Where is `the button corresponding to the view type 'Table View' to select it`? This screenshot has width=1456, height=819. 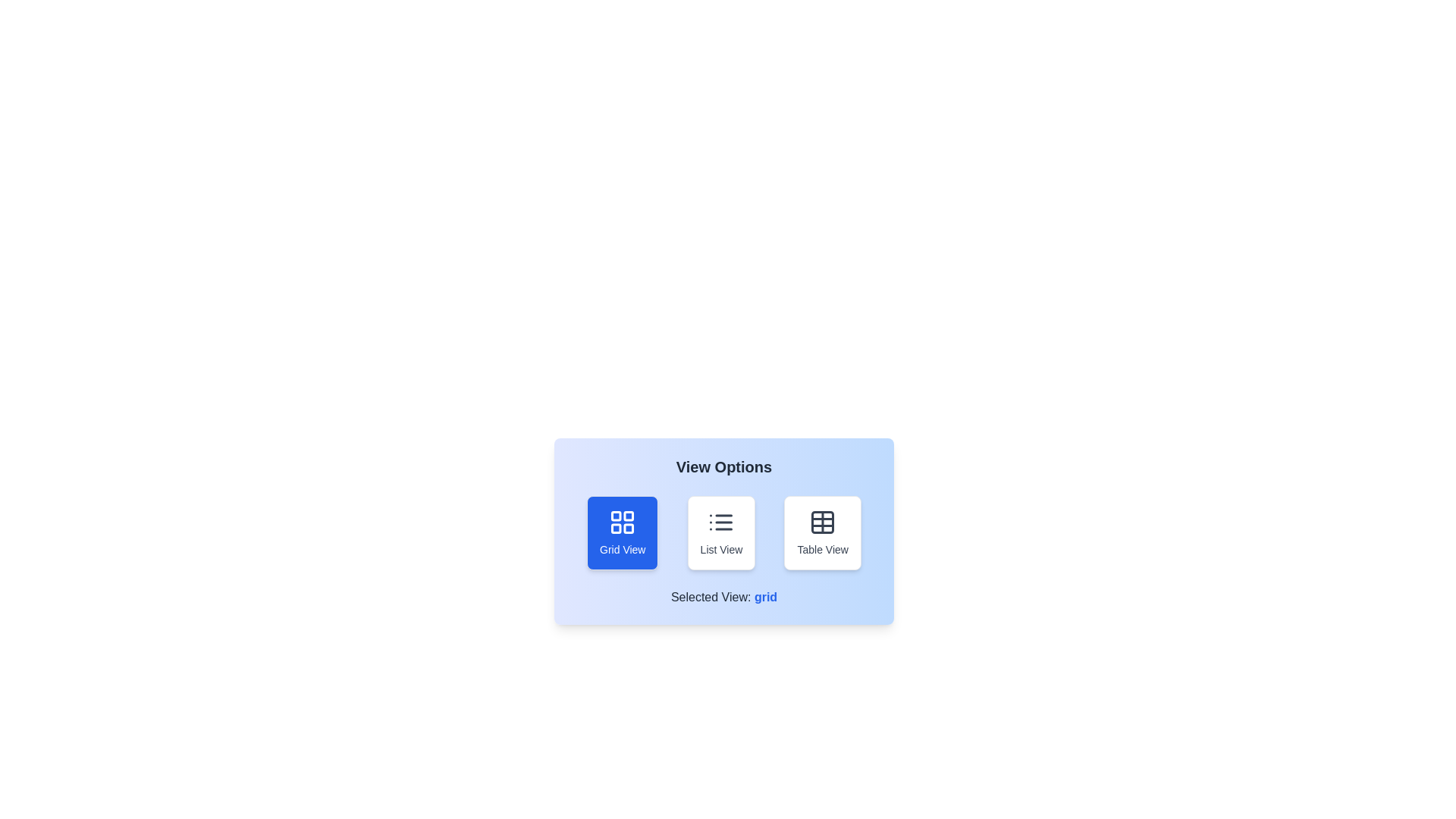 the button corresponding to the view type 'Table View' to select it is located at coordinates (821, 532).